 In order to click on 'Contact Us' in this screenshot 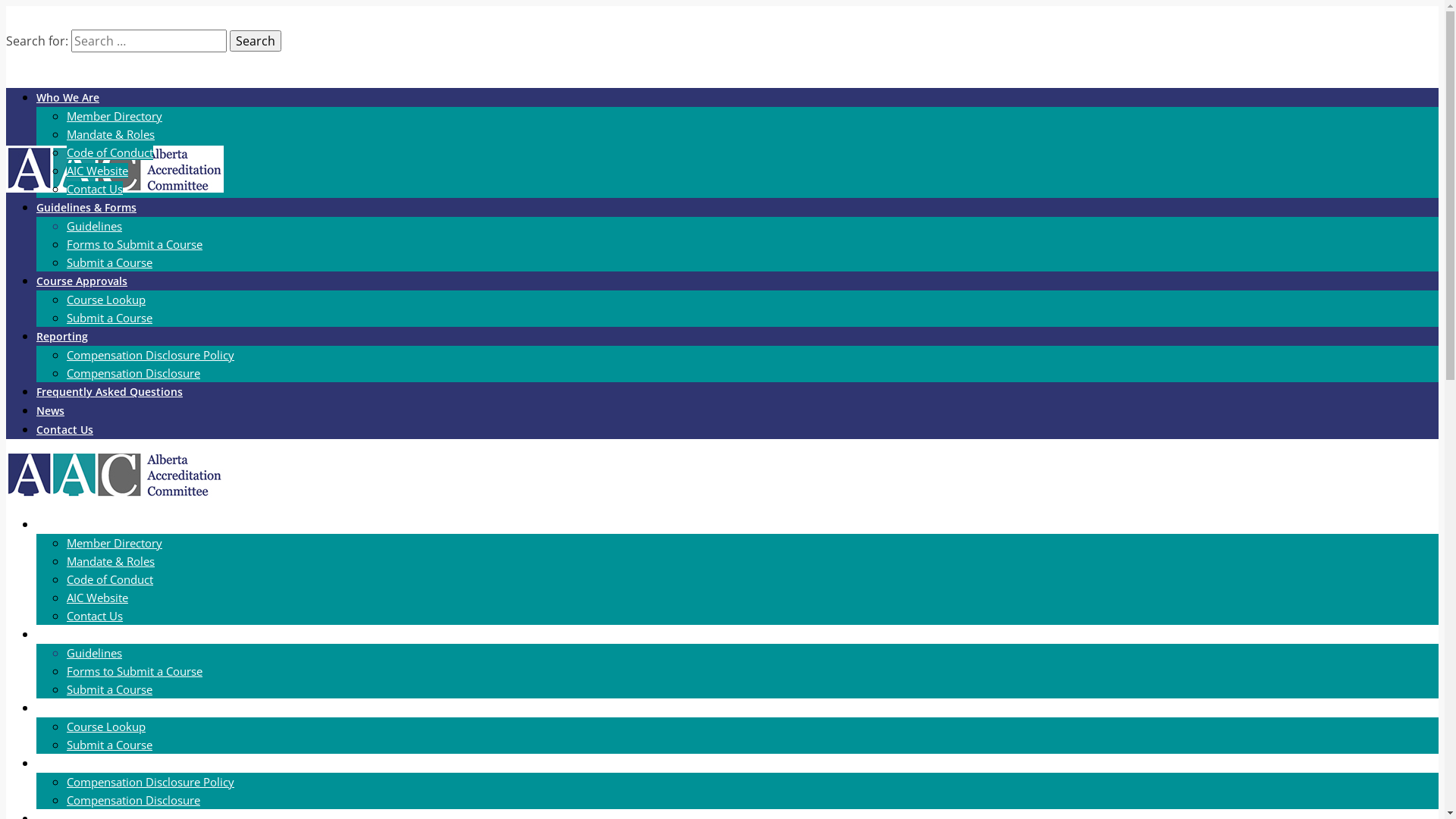, I will do `click(65, 616)`.